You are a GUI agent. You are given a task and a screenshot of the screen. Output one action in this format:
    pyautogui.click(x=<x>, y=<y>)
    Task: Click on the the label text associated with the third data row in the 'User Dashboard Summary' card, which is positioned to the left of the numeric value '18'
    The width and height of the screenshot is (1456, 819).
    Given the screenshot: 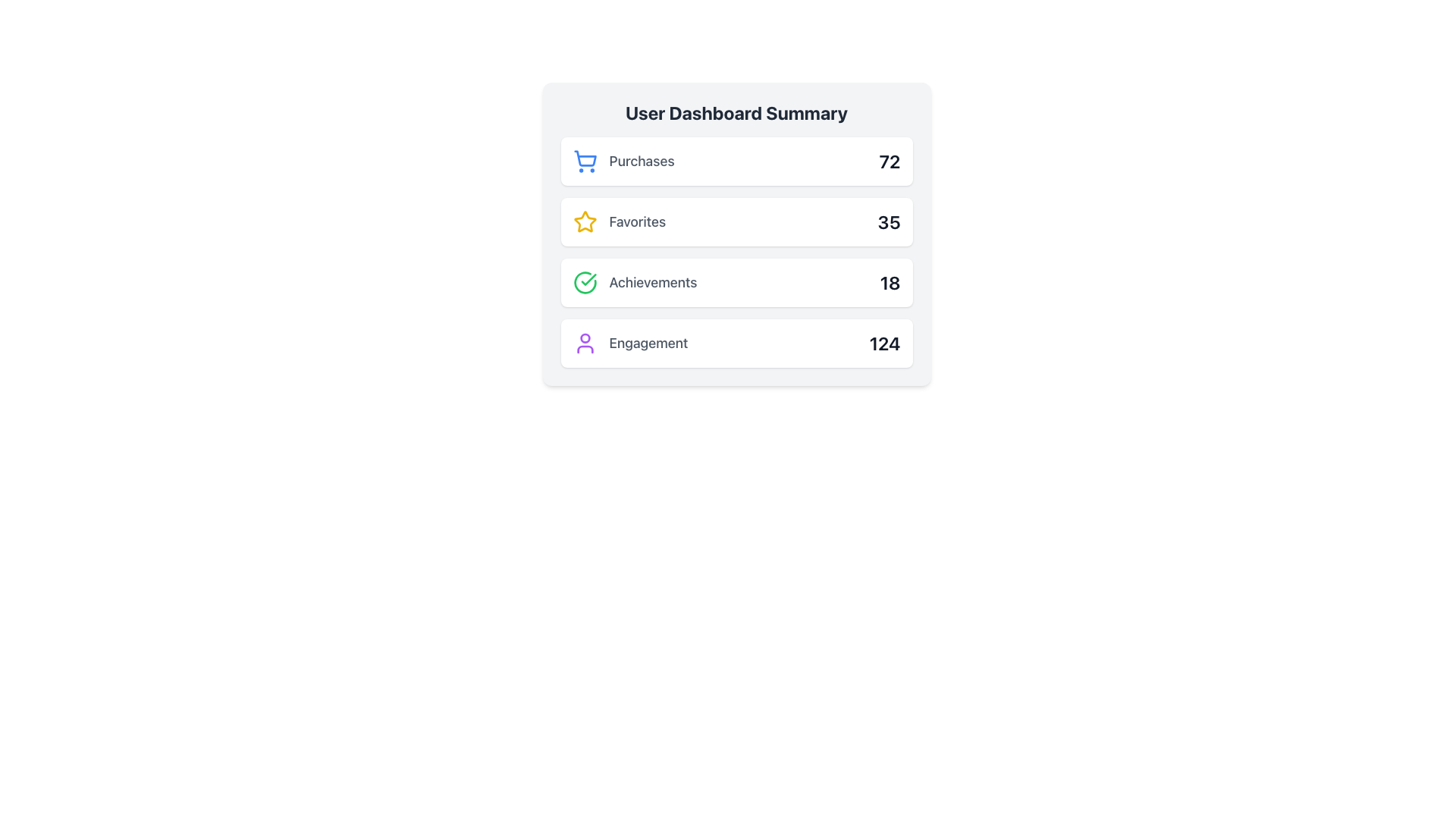 What is the action you would take?
    pyautogui.click(x=653, y=283)
    